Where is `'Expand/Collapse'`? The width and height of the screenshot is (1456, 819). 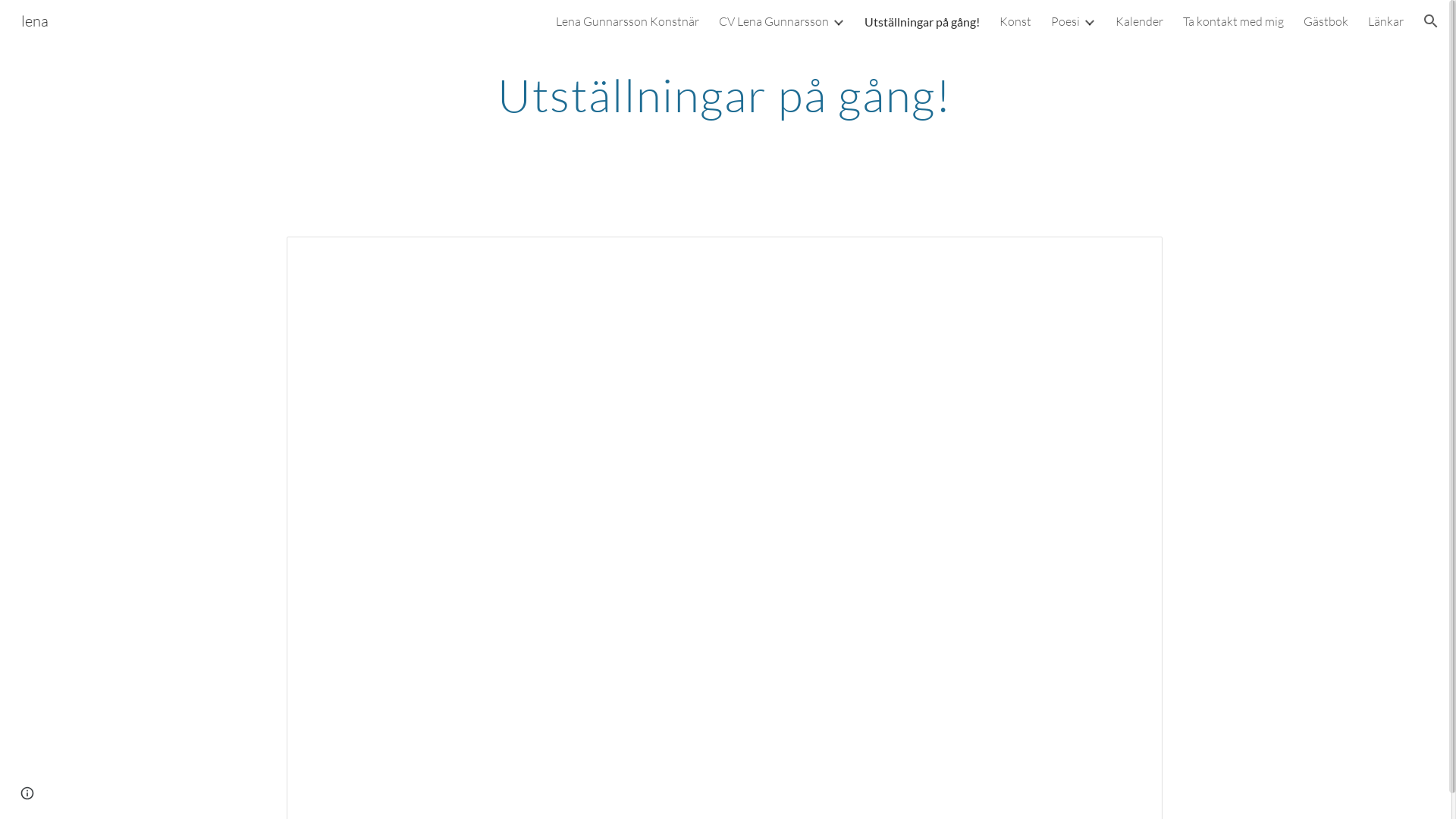 'Expand/Collapse' is located at coordinates (830, 20).